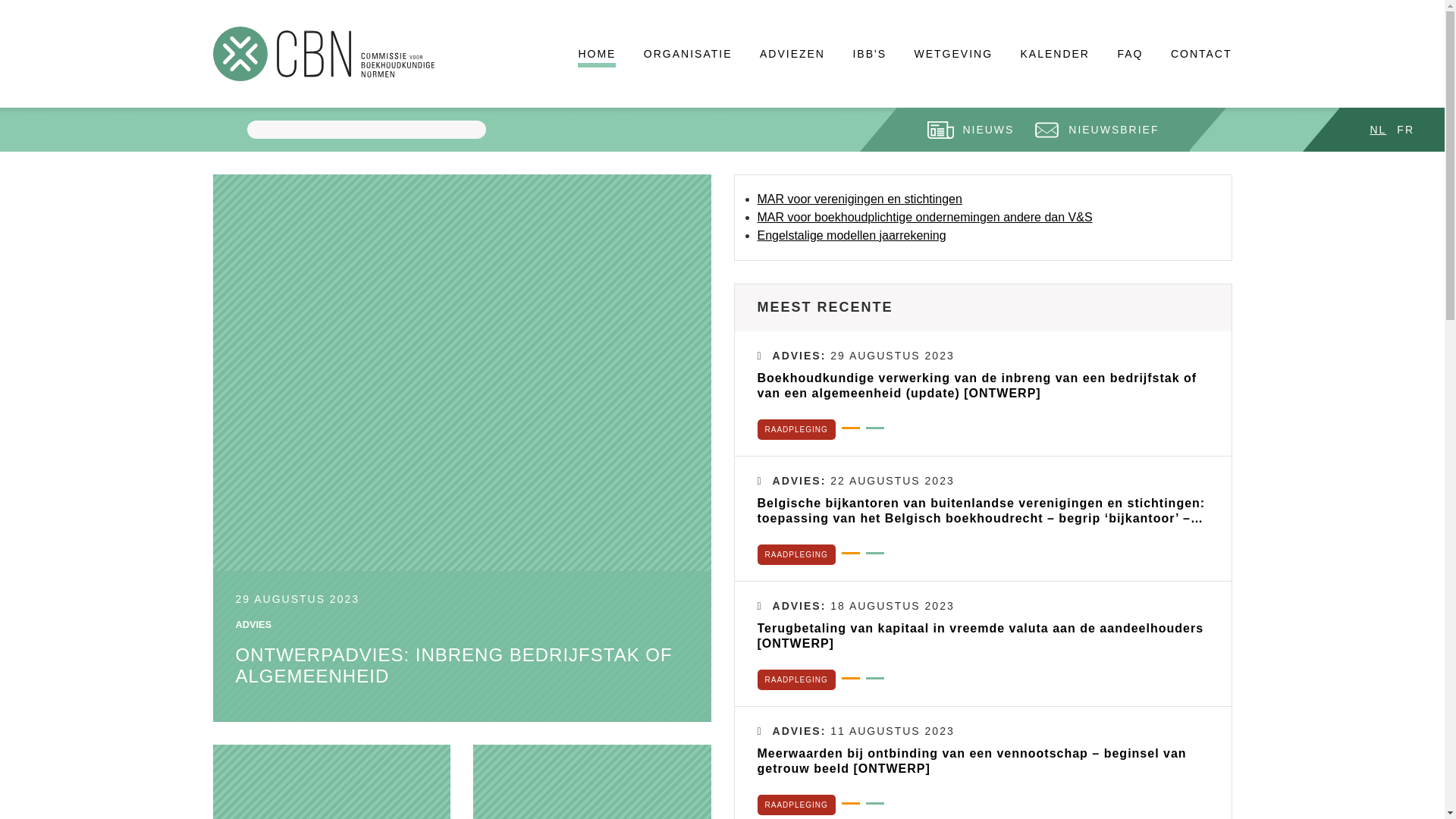  I want to click on 'NL', so click(1378, 128).